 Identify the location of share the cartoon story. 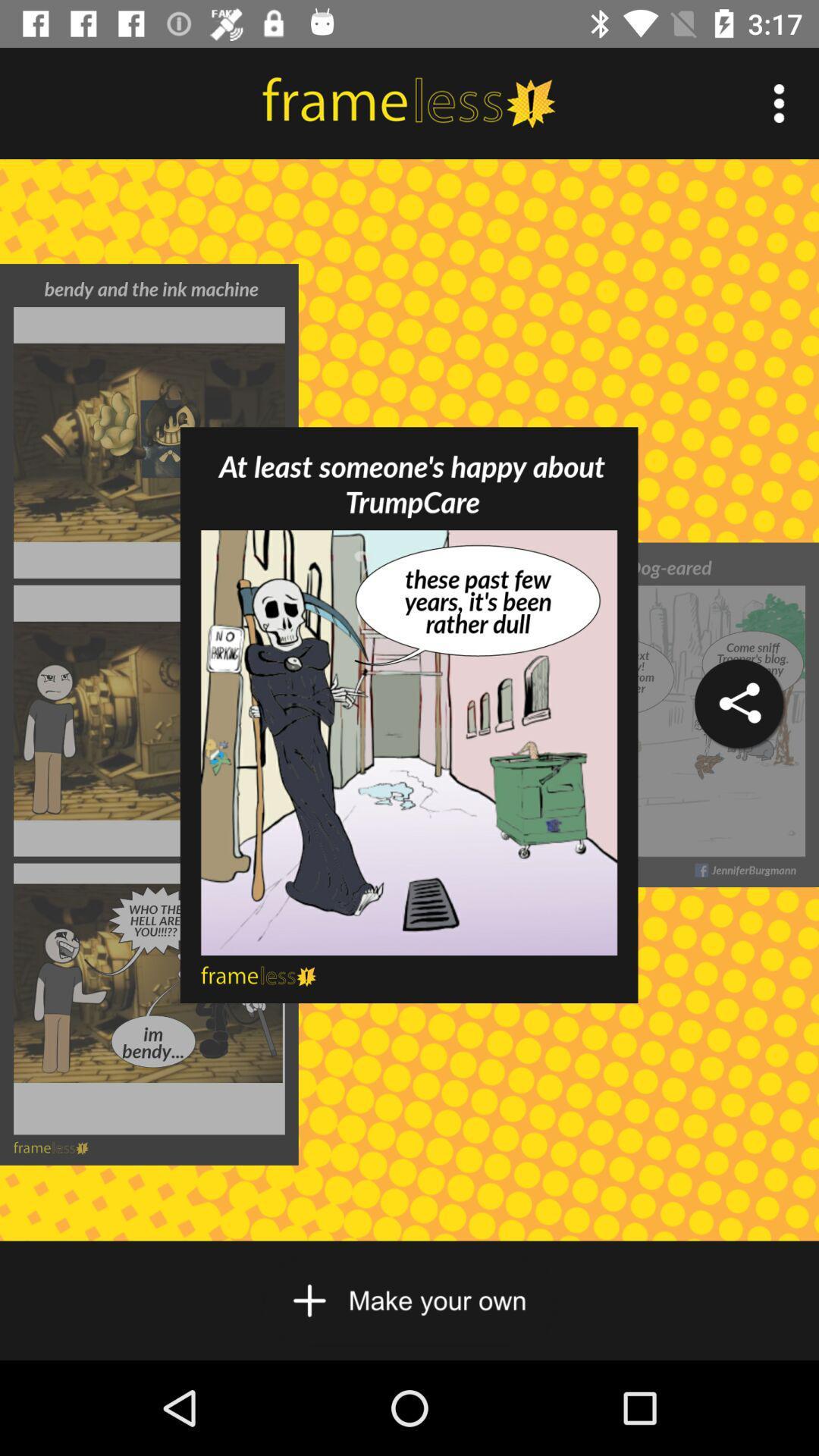
(738, 703).